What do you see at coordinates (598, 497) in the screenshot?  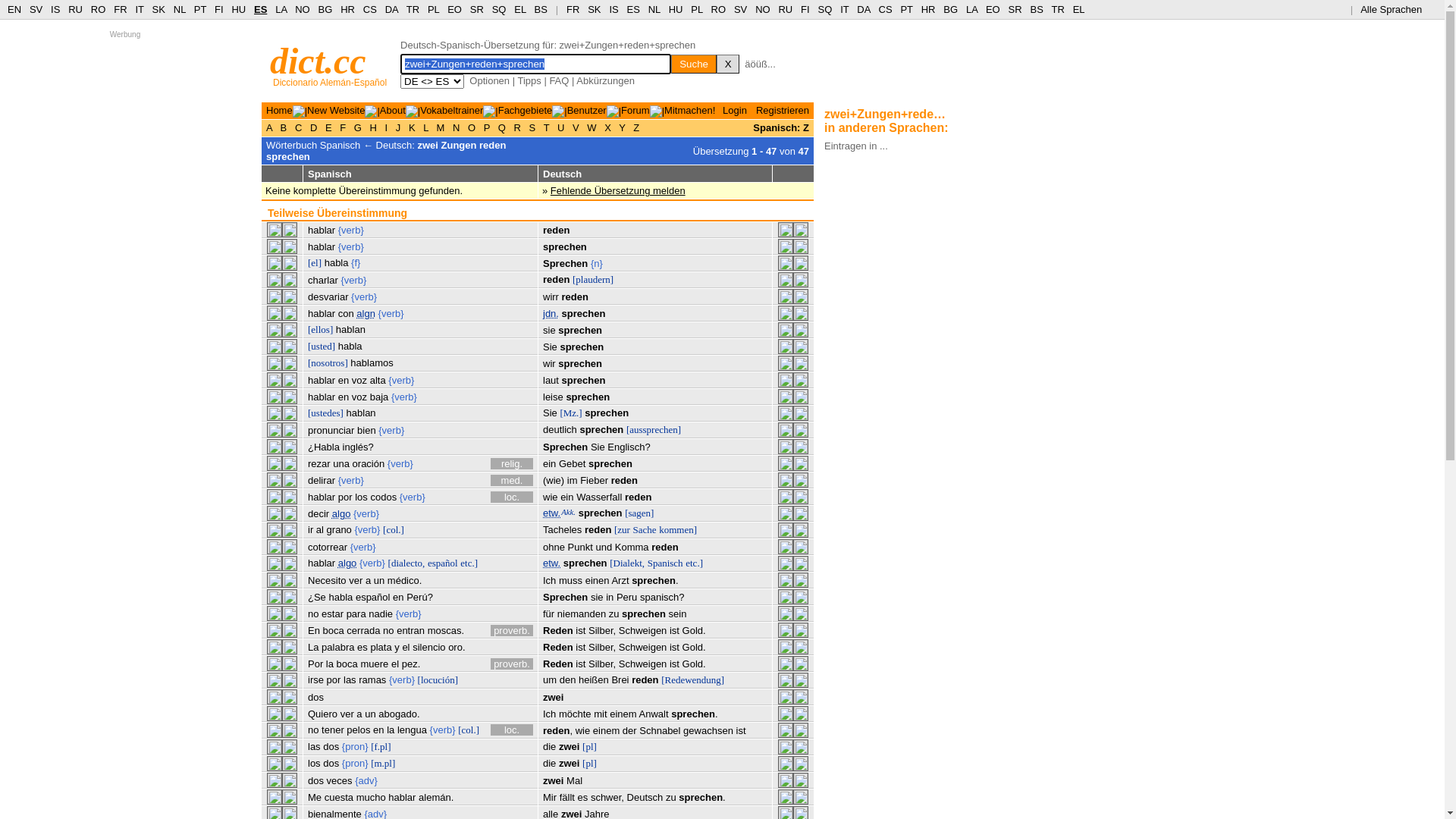 I see `'Wasserfall'` at bounding box center [598, 497].